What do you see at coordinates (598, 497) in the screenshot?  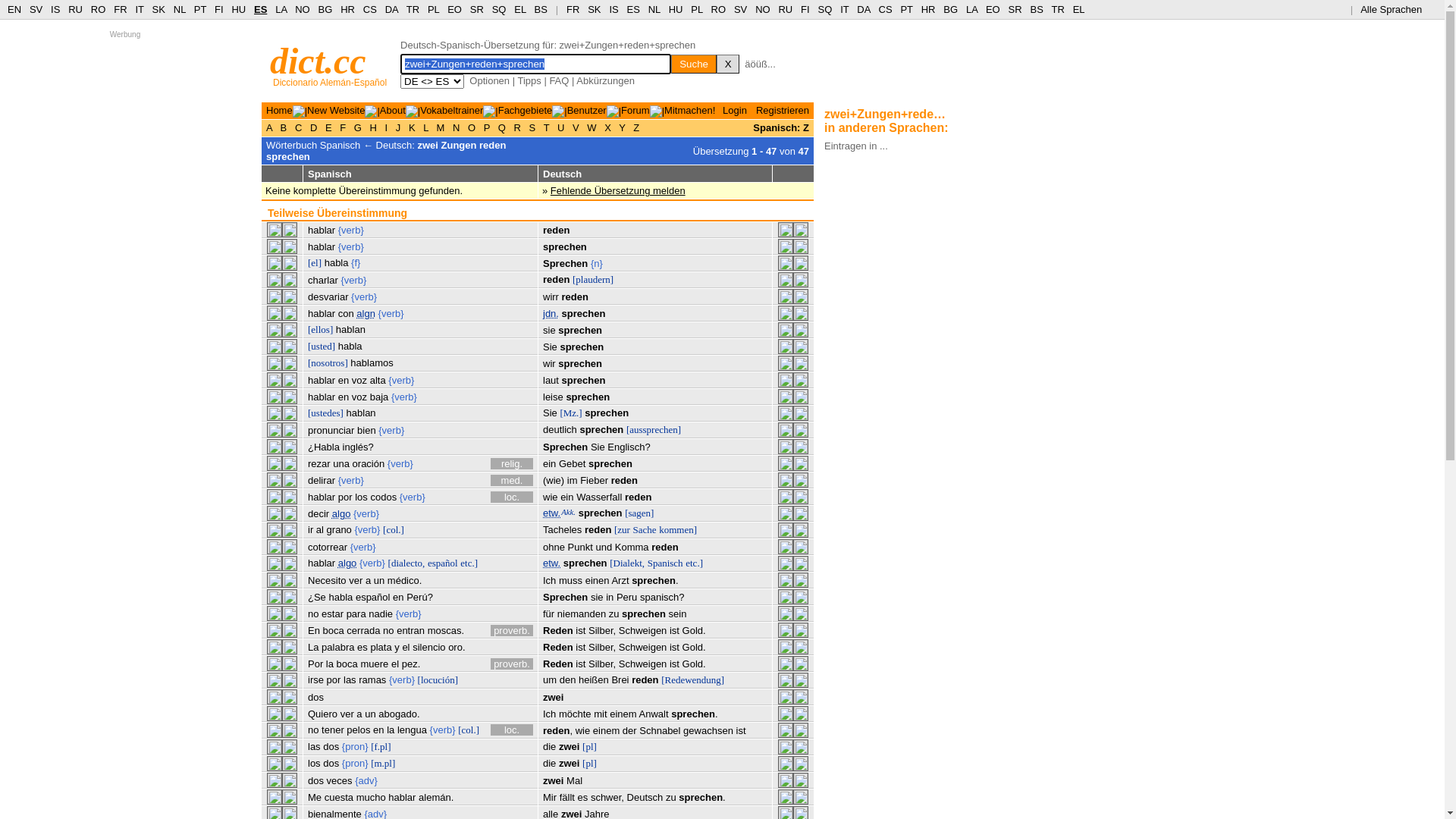 I see `'Wasserfall'` at bounding box center [598, 497].